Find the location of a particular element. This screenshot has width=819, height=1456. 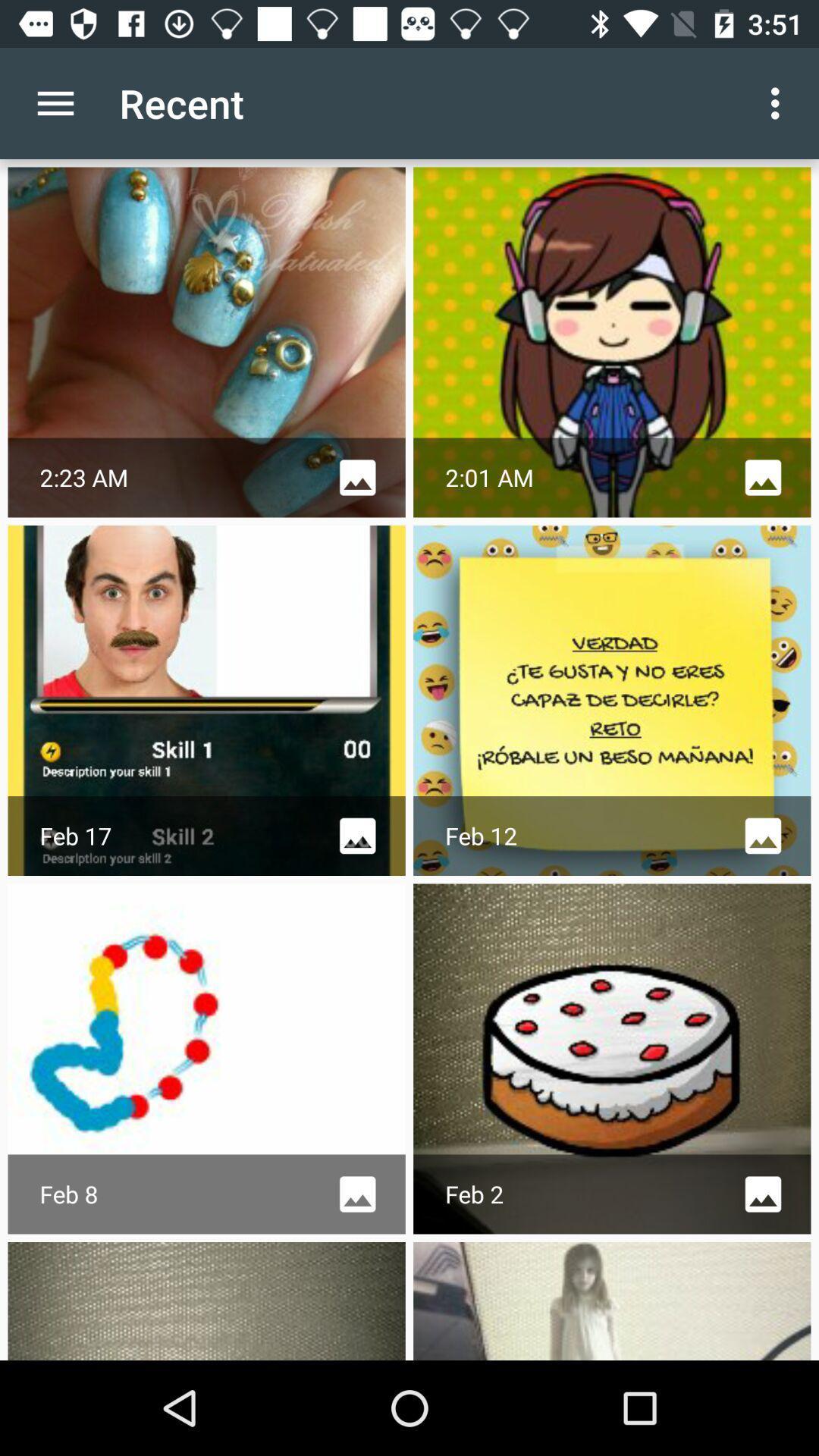

the app to the left of recent item is located at coordinates (55, 102).